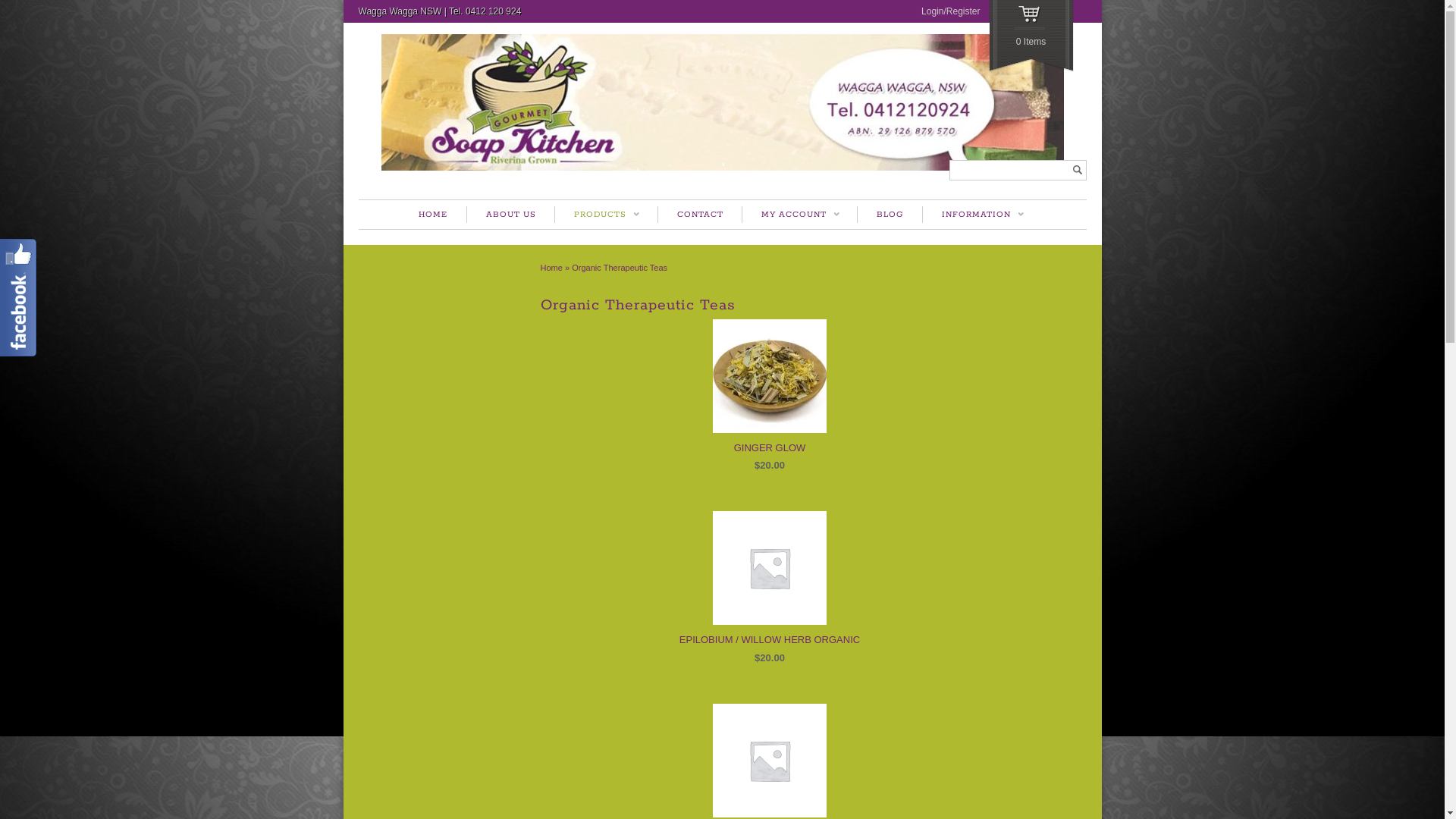 Image resolution: width=1456 pixels, height=819 pixels. I want to click on 'BLOG', so click(856, 214).